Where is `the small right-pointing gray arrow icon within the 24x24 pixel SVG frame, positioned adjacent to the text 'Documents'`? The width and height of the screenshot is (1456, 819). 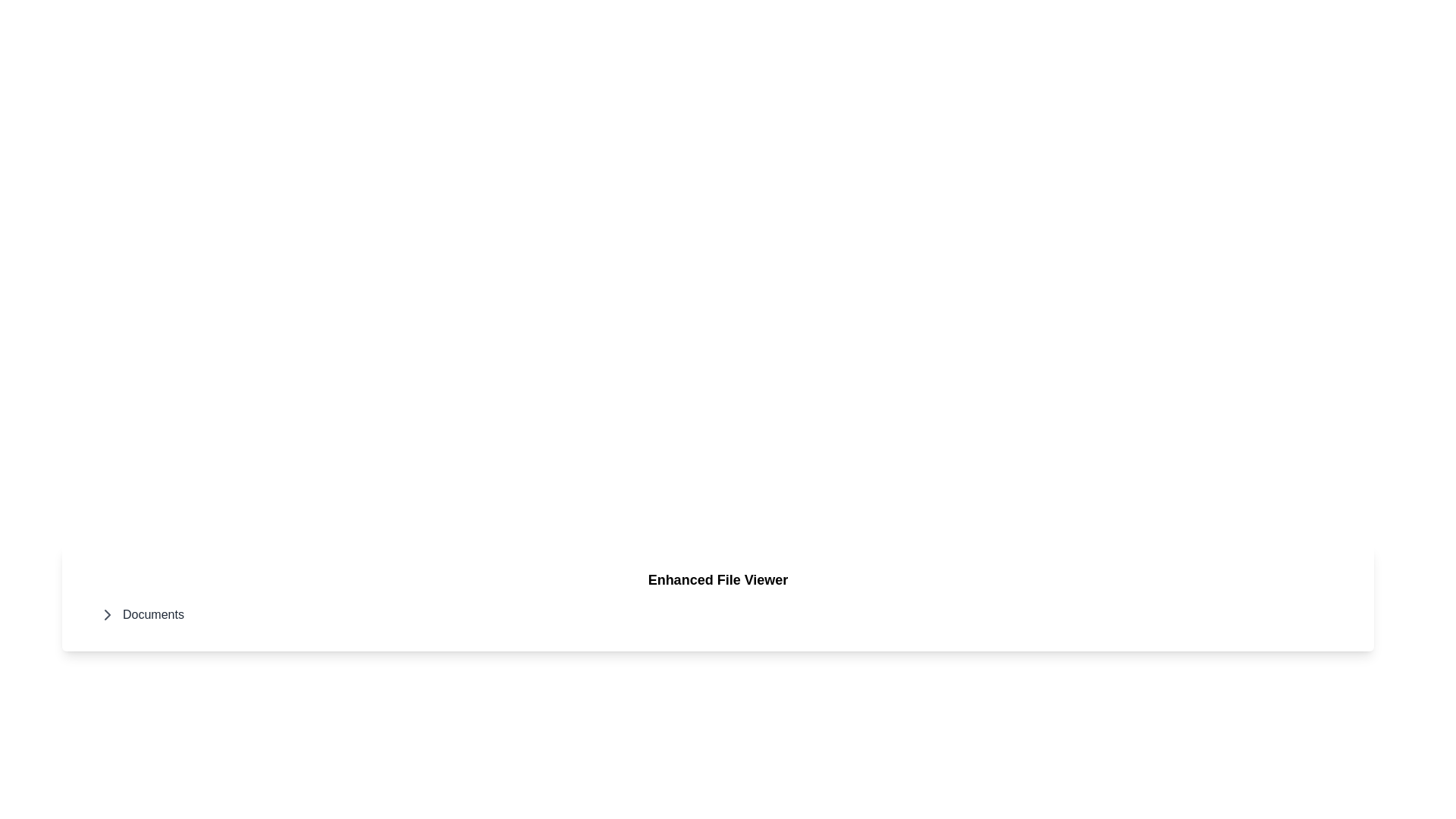
the small right-pointing gray arrow icon within the 24x24 pixel SVG frame, positioned adjacent to the text 'Documents' is located at coordinates (107, 614).